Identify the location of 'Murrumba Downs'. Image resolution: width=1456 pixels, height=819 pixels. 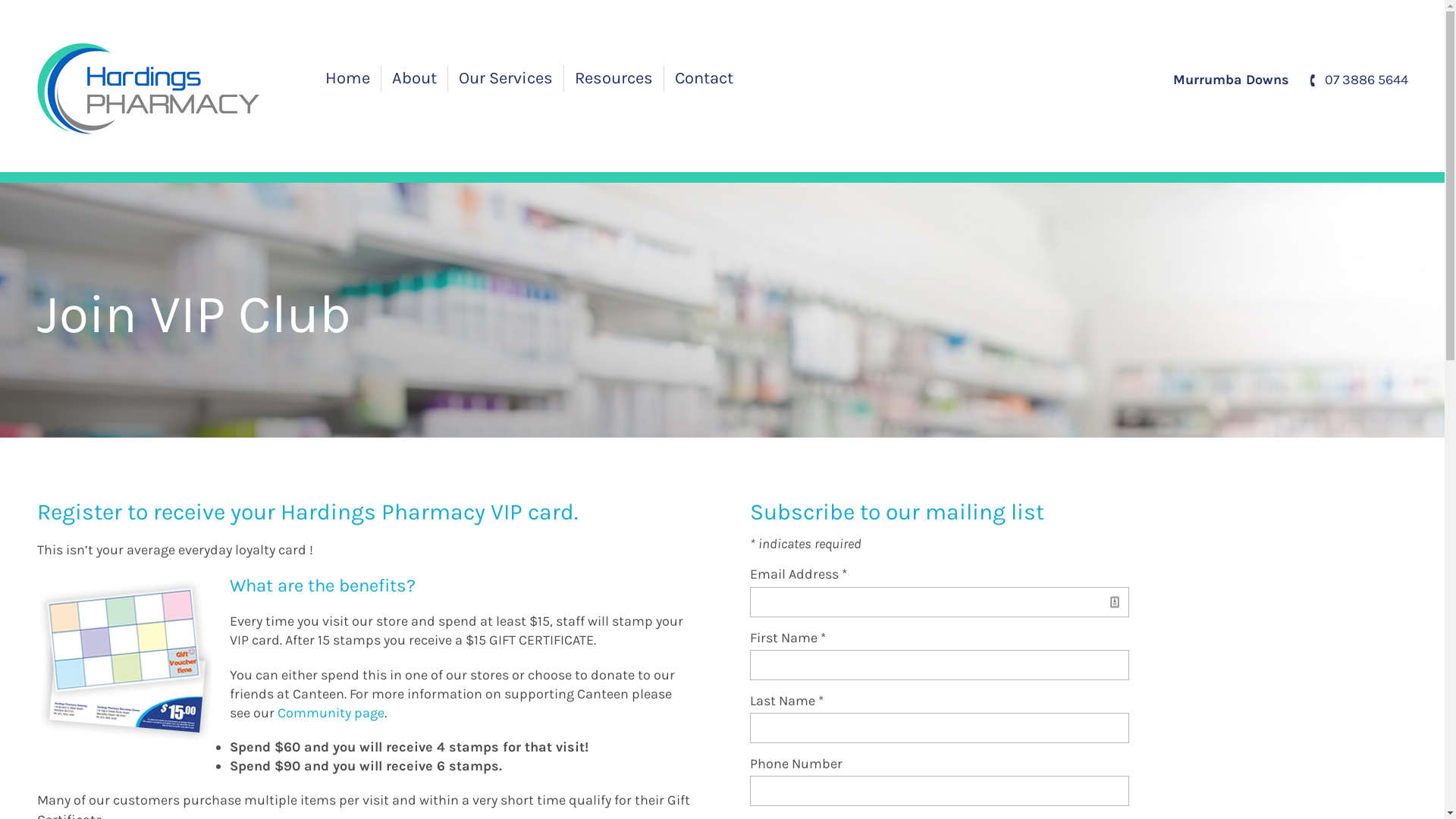
(1230, 79).